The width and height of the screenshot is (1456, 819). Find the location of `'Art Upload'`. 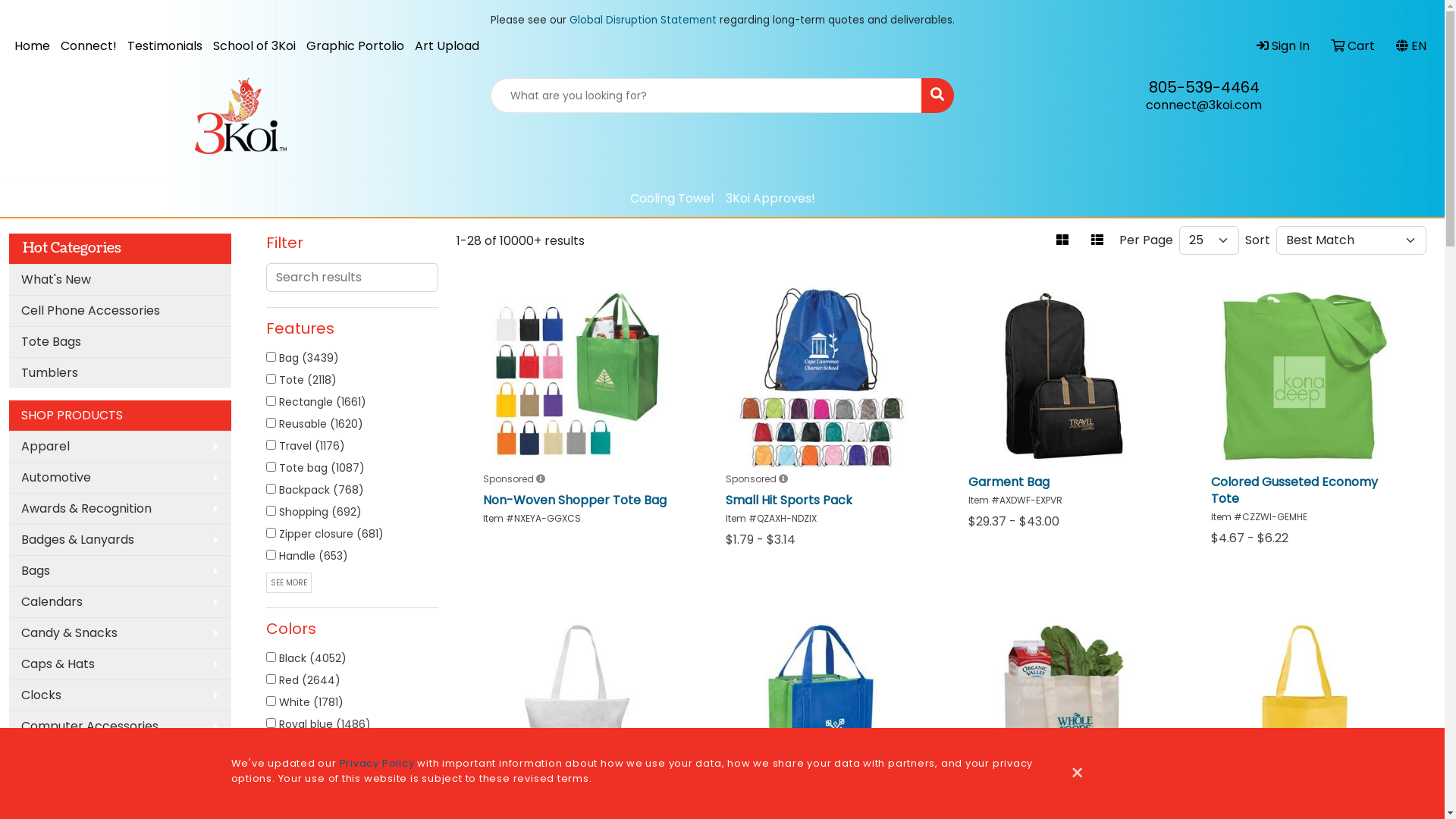

'Art Upload' is located at coordinates (446, 45).